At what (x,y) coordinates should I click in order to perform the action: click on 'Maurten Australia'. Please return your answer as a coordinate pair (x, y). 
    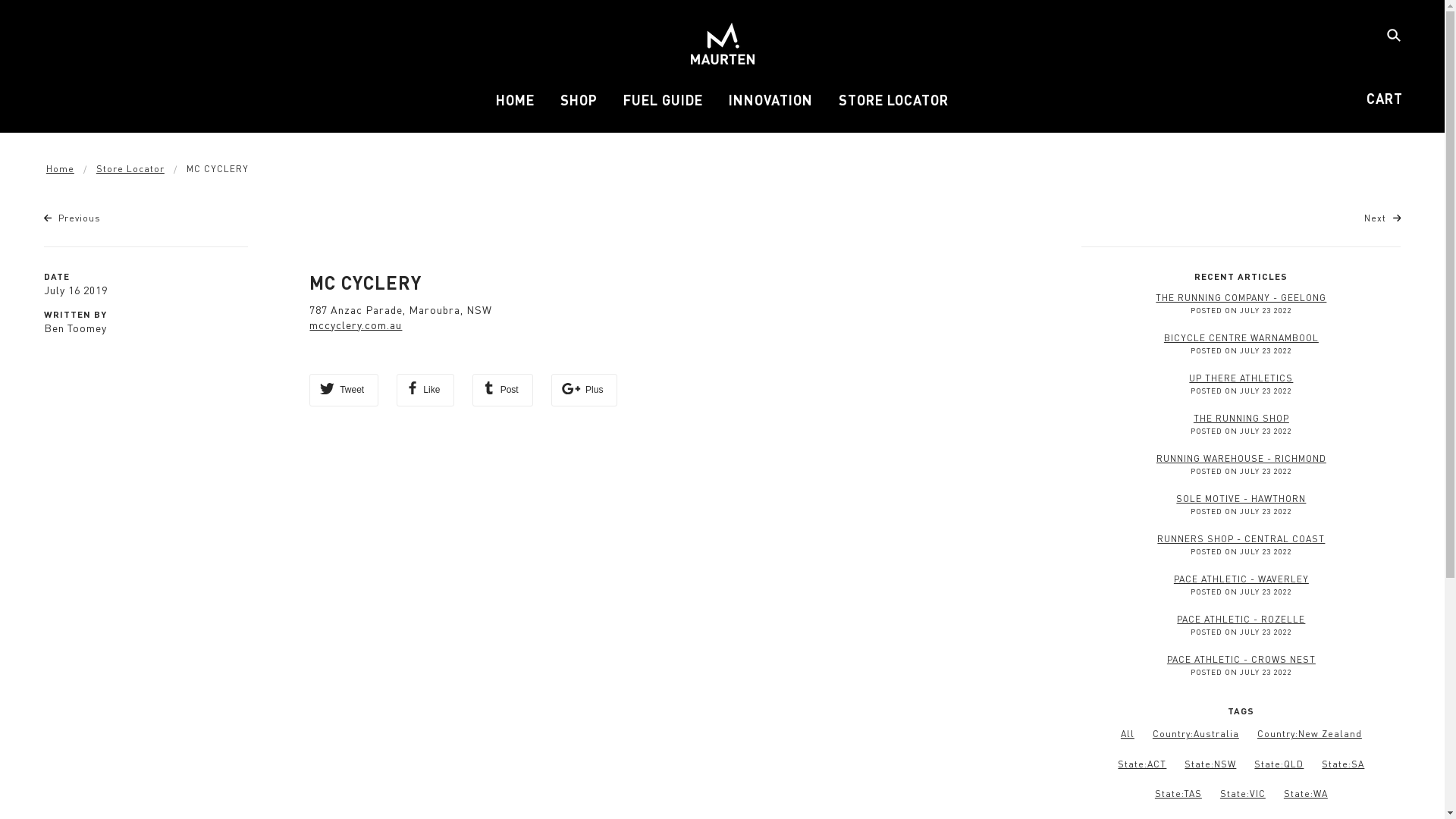
    Looking at the image, I should click on (720, 42).